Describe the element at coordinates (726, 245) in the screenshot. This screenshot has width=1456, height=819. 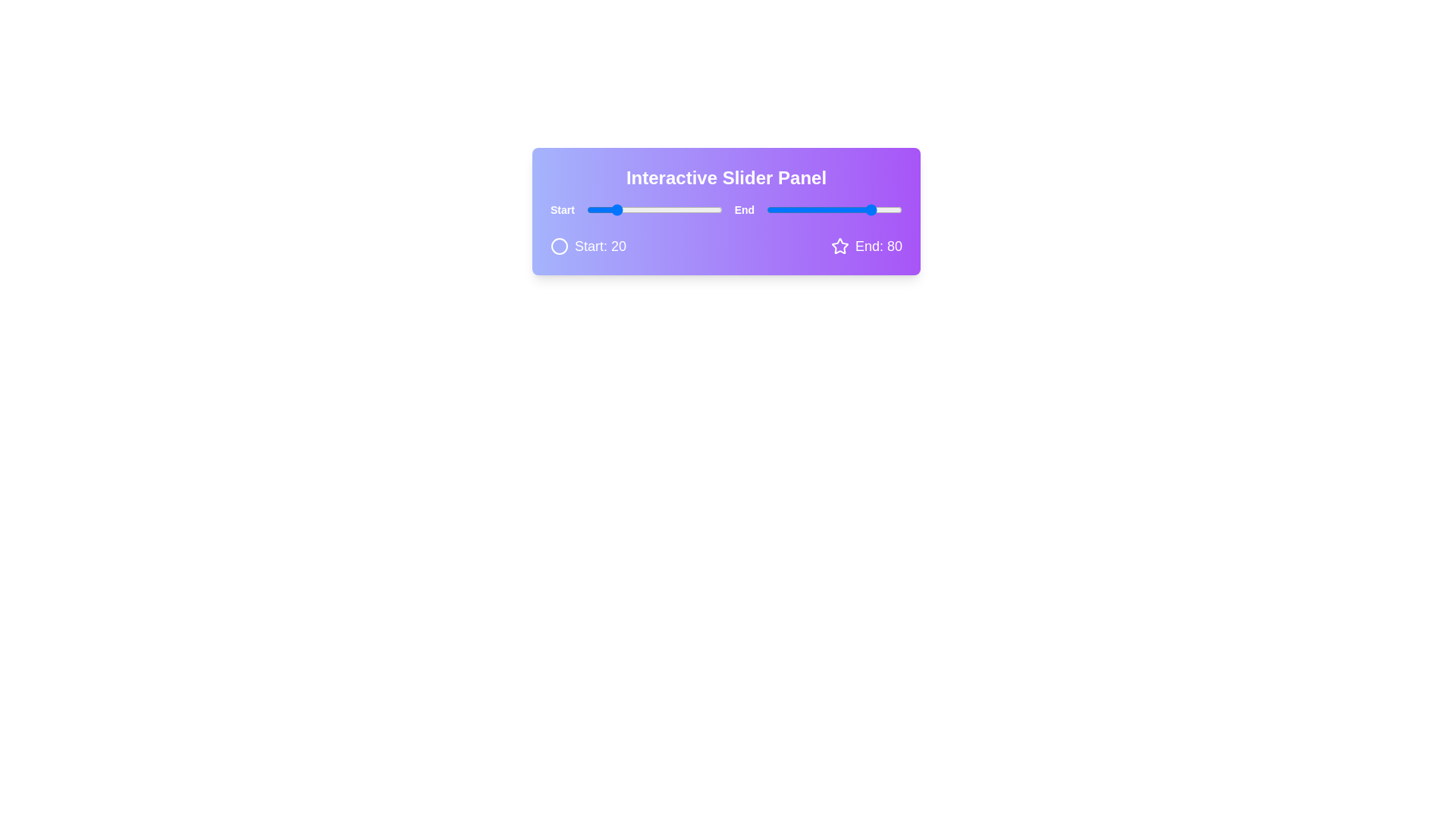
I see `the Information Display Bar element located at the bottom of the Interactive Slider Panel, which displays 'Start: 20' on the left and 'End: 80' on the right` at that location.